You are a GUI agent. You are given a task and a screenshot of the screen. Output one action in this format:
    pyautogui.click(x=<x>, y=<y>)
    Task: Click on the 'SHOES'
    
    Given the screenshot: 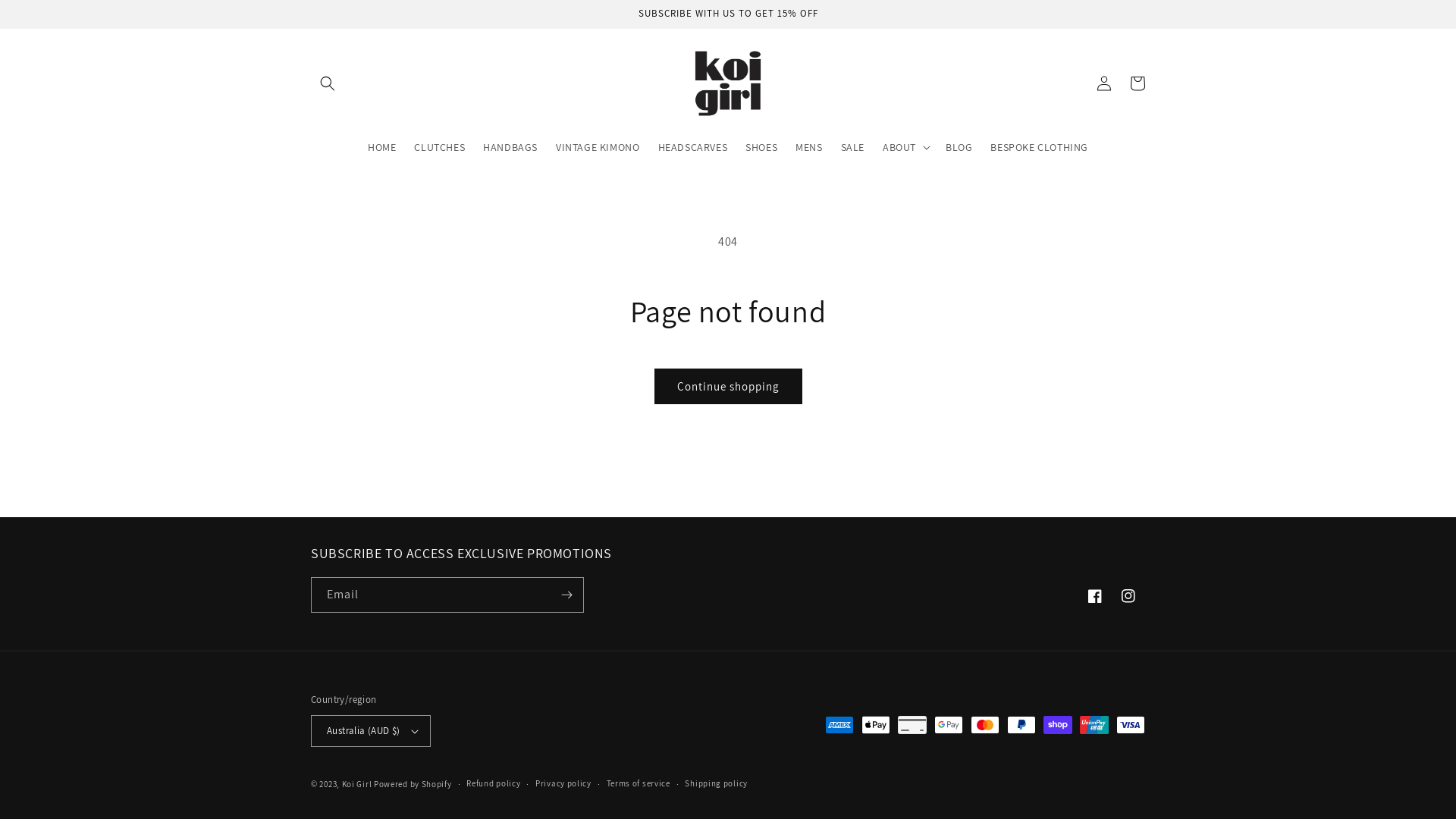 What is the action you would take?
    pyautogui.click(x=736, y=146)
    